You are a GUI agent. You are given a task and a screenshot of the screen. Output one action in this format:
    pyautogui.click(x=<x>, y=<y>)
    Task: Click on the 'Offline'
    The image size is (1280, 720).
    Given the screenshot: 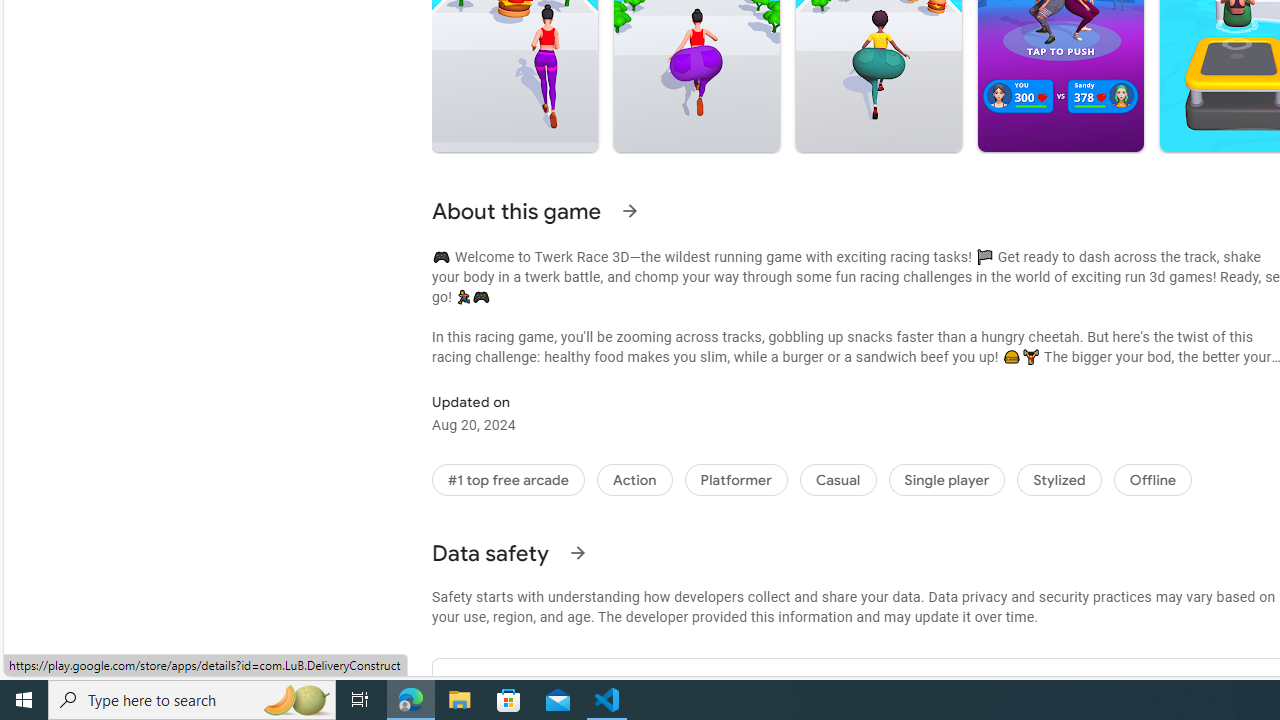 What is the action you would take?
    pyautogui.click(x=1152, y=480)
    